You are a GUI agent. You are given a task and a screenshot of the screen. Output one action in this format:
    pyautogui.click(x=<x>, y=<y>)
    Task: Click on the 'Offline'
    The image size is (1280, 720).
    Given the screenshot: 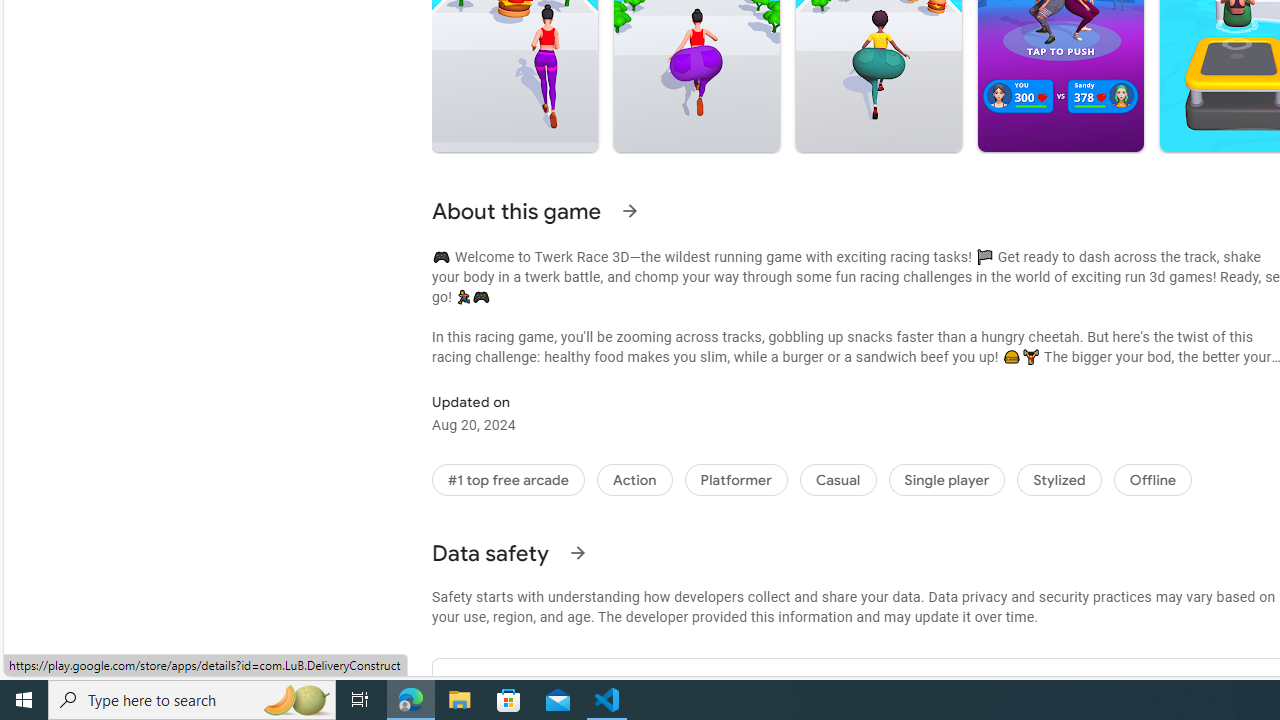 What is the action you would take?
    pyautogui.click(x=1152, y=480)
    